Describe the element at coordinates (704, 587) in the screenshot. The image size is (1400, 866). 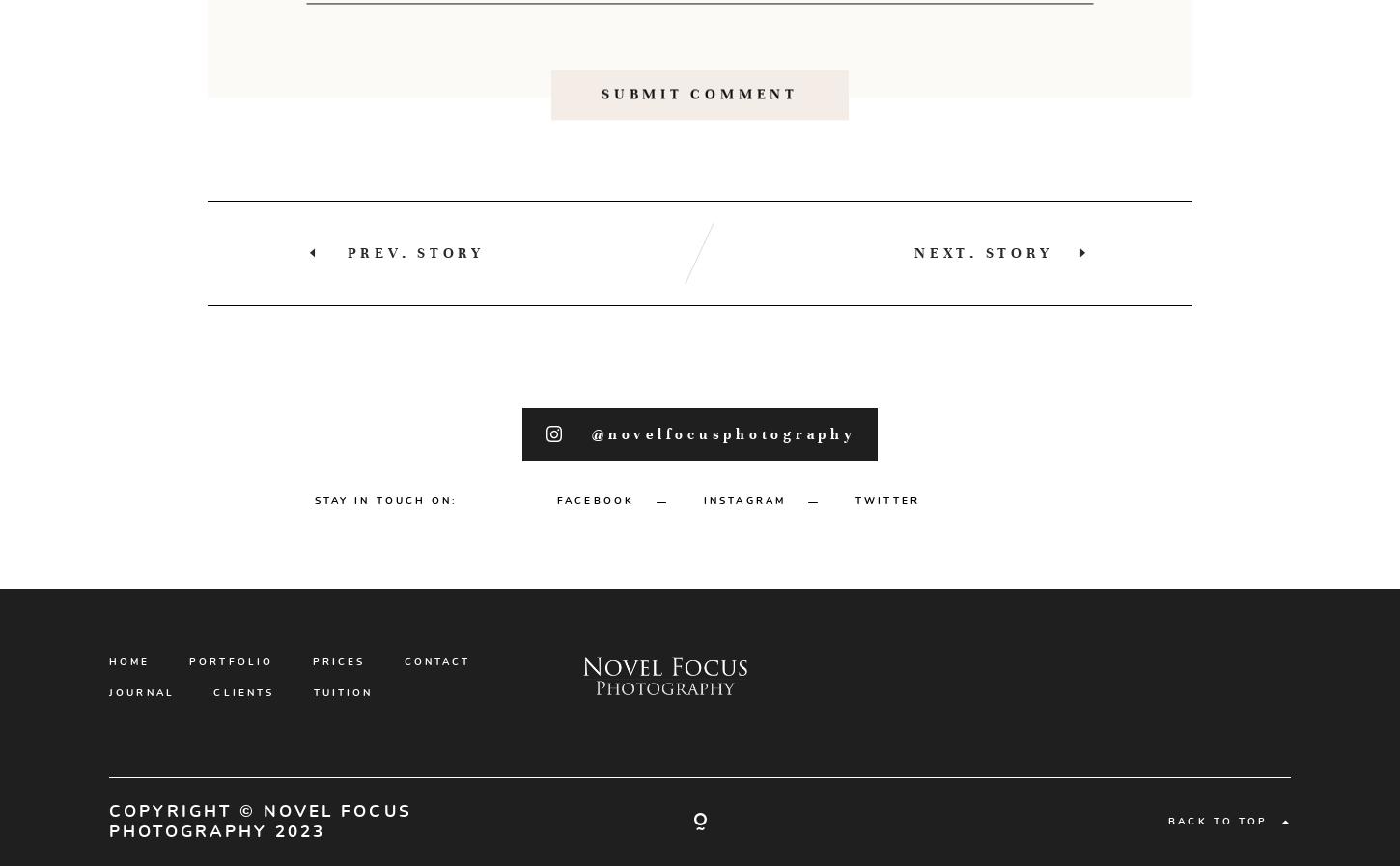
I see `'INSTAGRAM'` at that location.